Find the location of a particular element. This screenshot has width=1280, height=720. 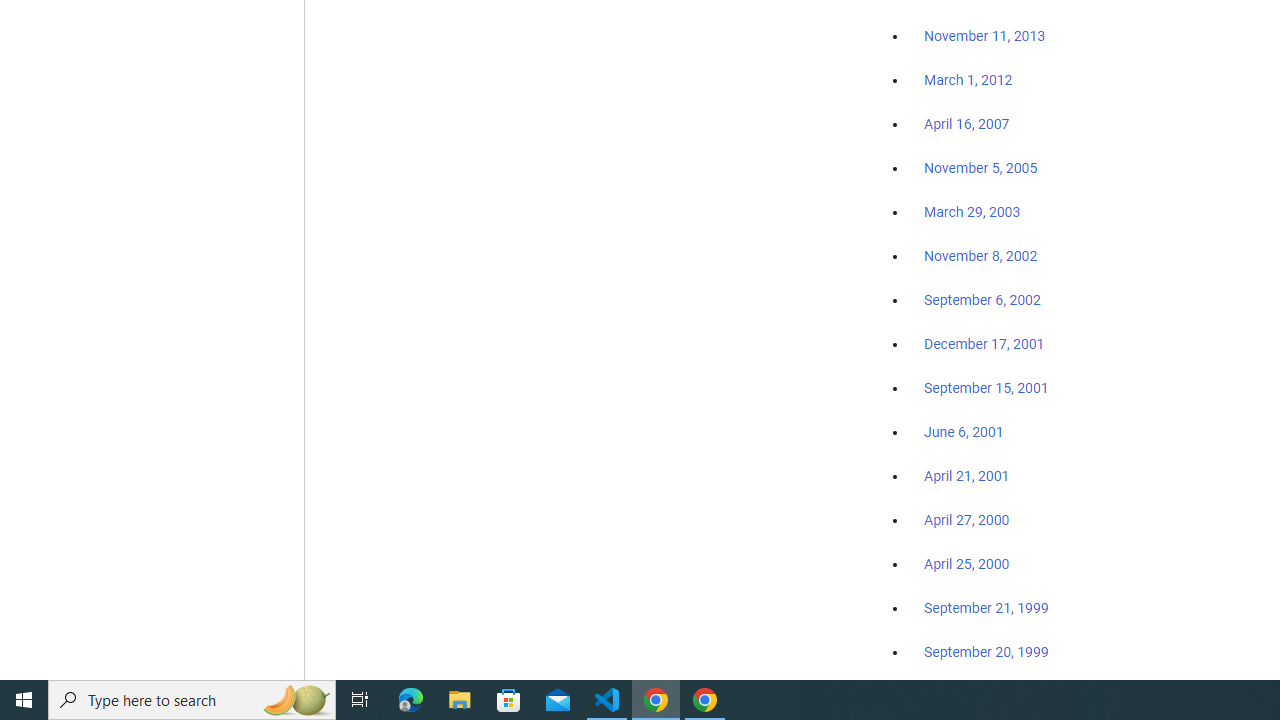

'November 5, 2005' is located at coordinates (981, 167).